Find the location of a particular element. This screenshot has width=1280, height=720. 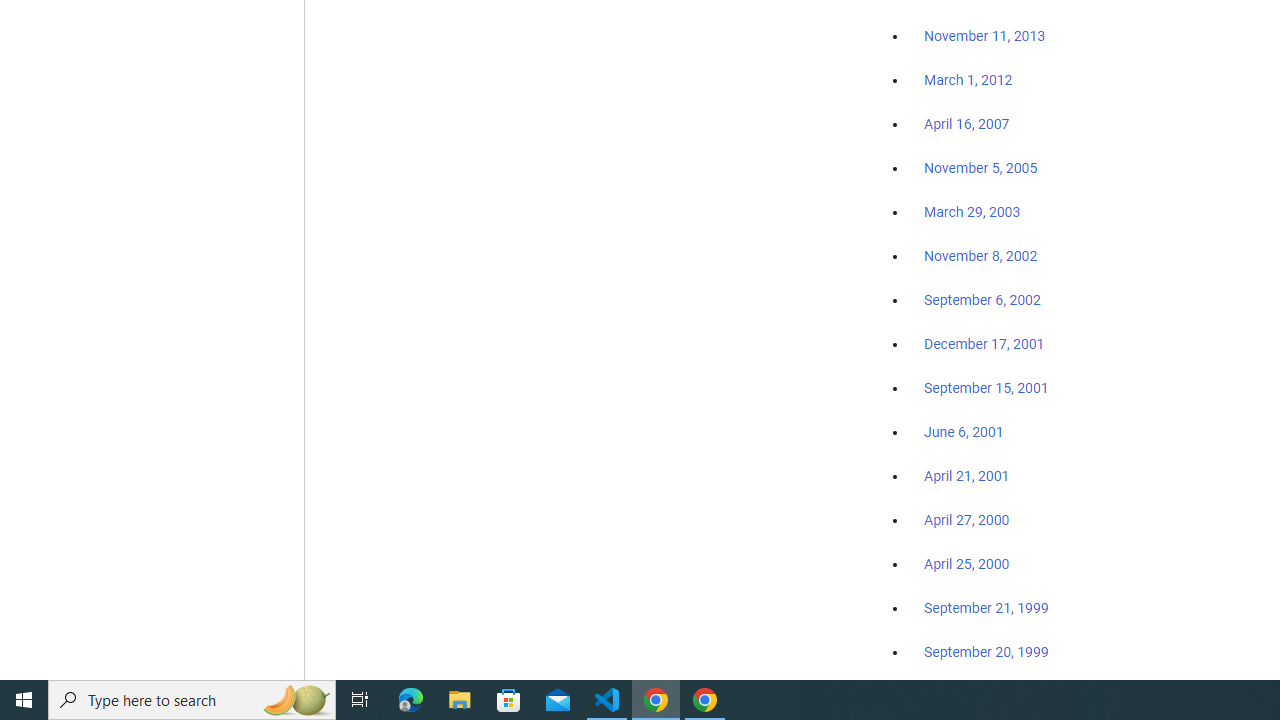

'November 5, 2005' is located at coordinates (981, 167).